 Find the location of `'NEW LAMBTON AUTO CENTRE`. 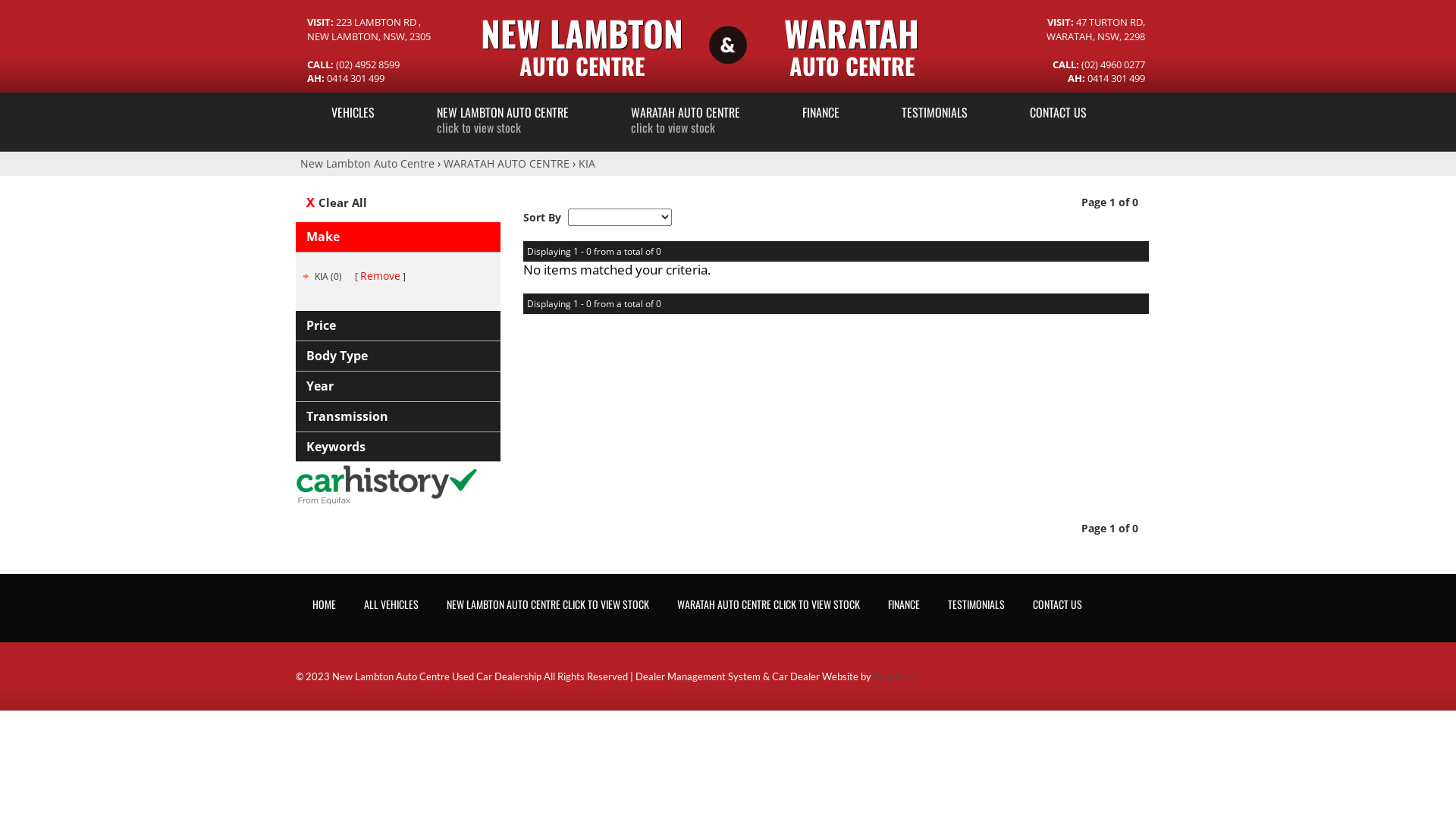

'NEW LAMBTON AUTO CENTRE is located at coordinates (502, 118).